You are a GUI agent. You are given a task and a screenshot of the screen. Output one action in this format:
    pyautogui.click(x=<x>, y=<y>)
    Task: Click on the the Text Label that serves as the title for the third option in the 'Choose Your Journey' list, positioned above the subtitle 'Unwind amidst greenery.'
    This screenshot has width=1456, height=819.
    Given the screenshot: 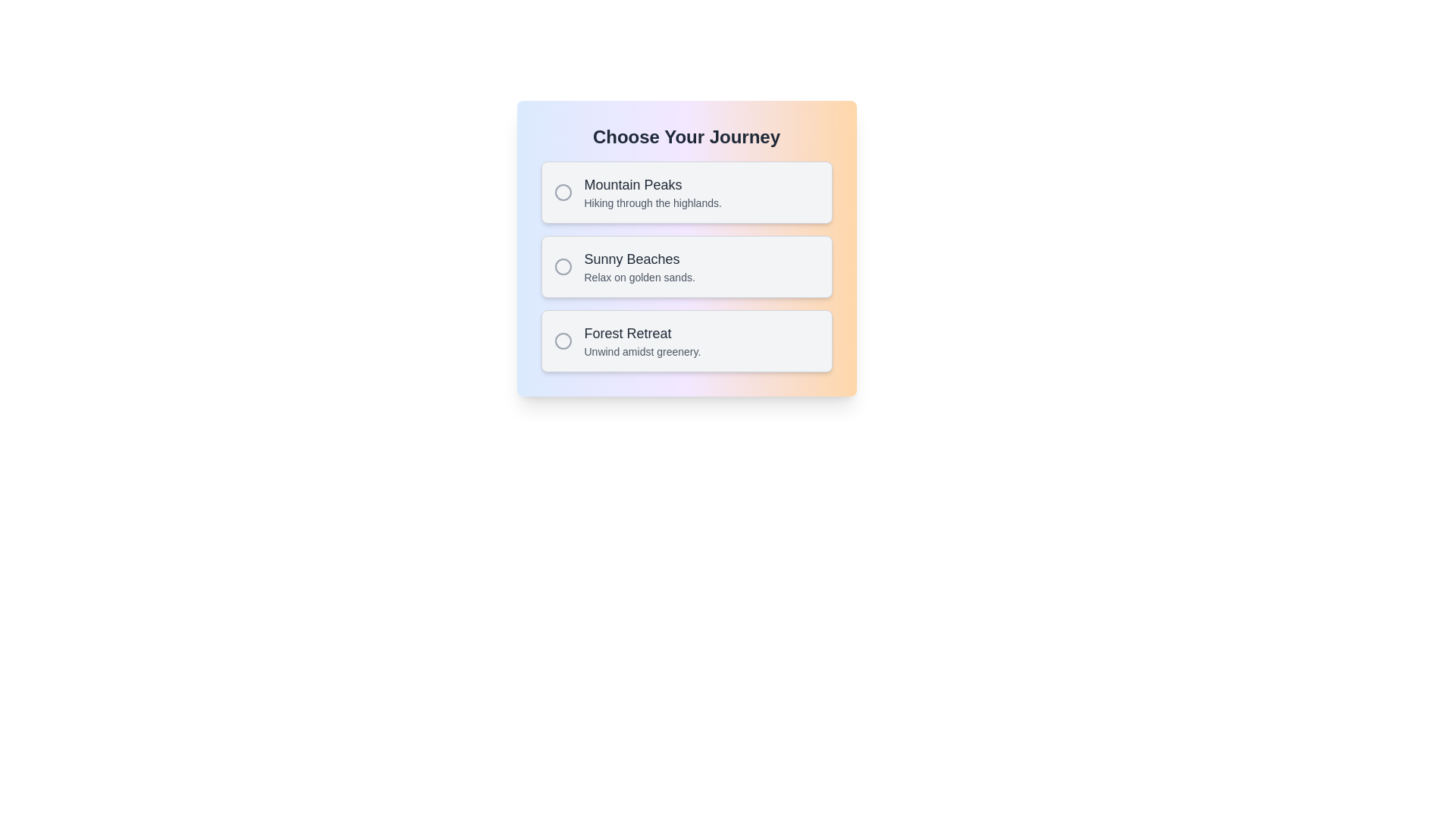 What is the action you would take?
    pyautogui.click(x=642, y=332)
    